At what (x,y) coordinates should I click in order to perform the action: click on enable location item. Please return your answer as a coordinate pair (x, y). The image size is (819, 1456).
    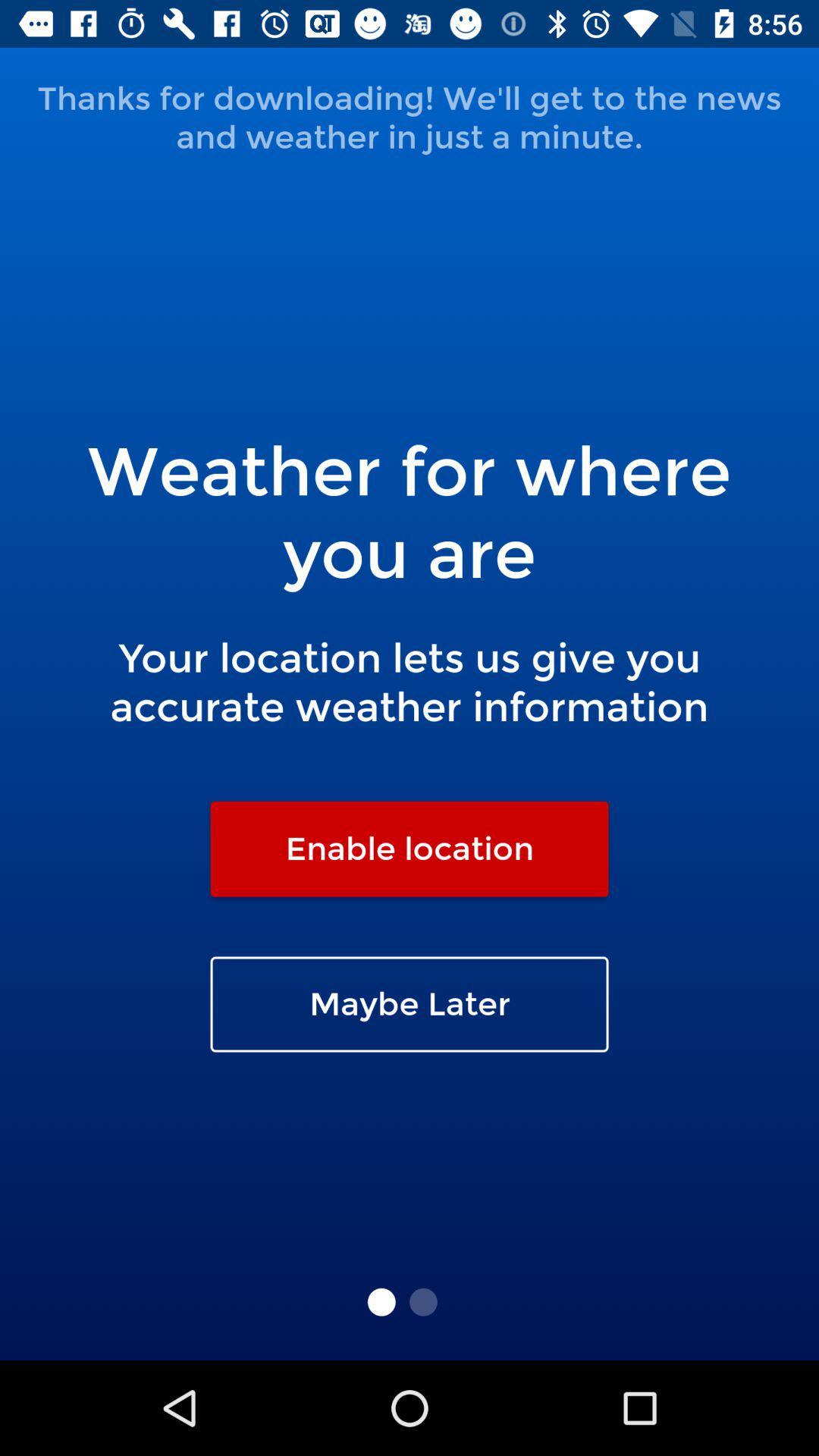
    Looking at the image, I should click on (409, 848).